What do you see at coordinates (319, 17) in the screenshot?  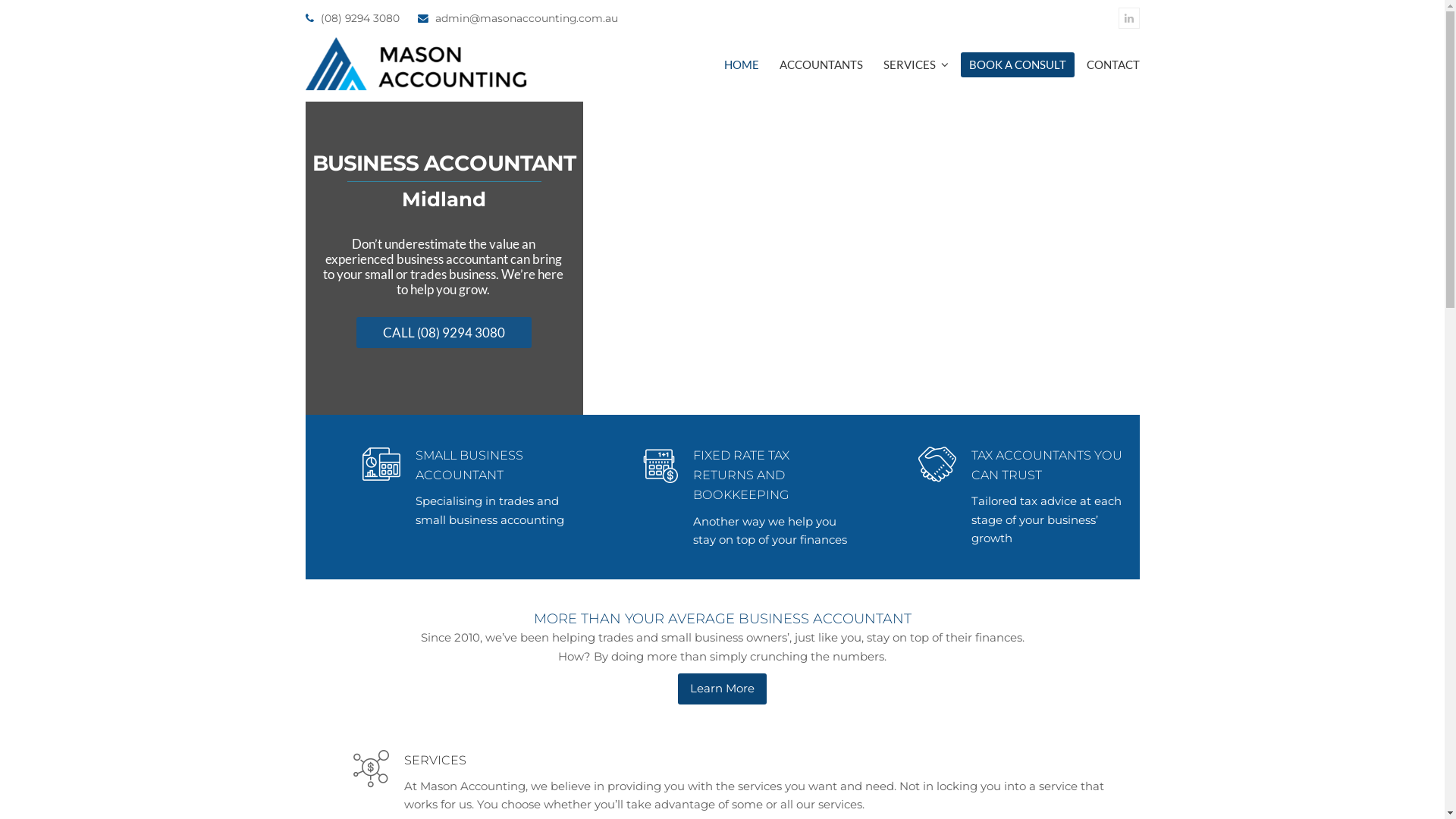 I see `'(08) 9294 3080'` at bounding box center [319, 17].